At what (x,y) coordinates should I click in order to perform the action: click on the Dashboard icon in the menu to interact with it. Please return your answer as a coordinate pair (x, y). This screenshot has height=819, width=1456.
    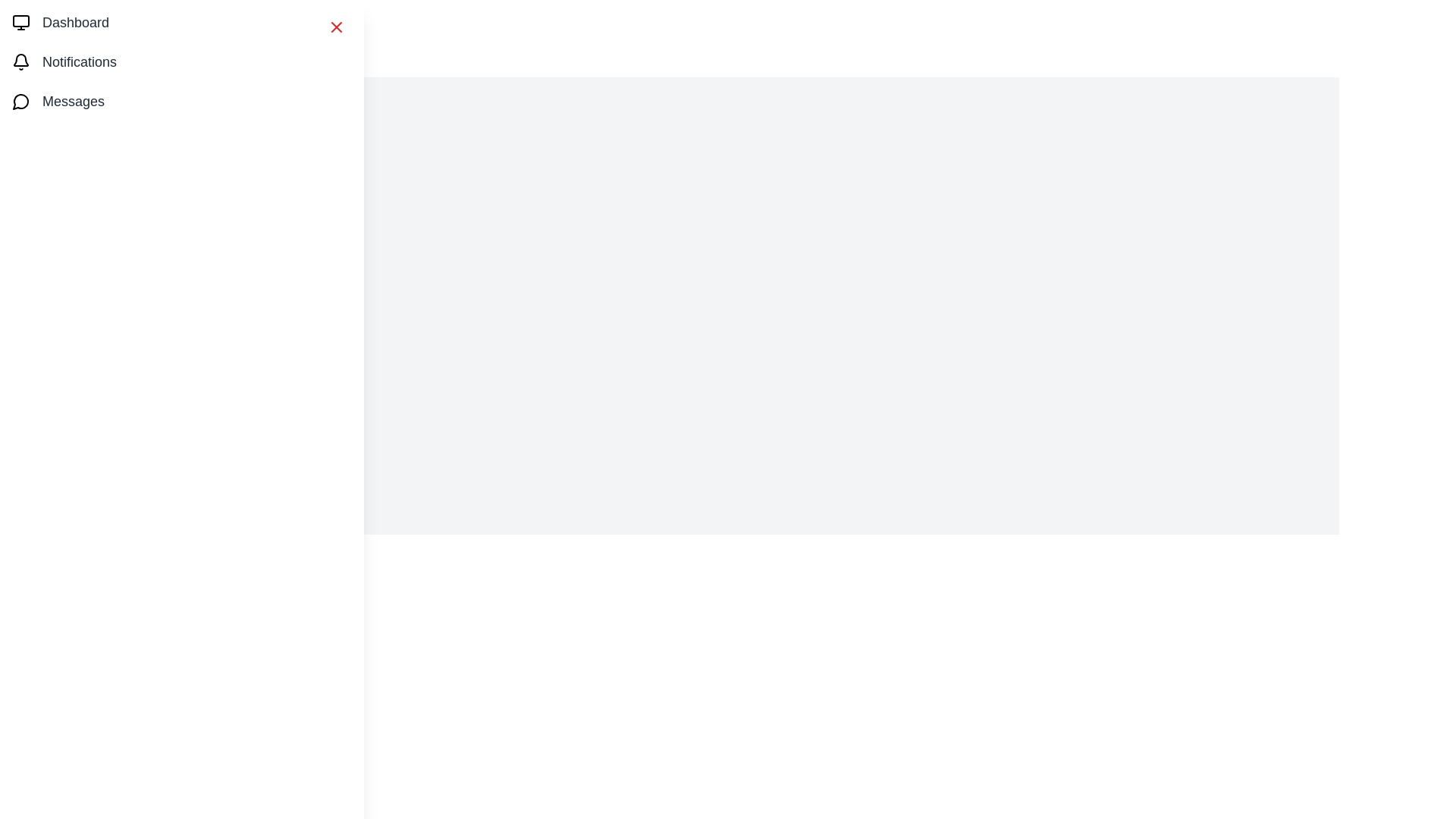
    Looking at the image, I should click on (21, 23).